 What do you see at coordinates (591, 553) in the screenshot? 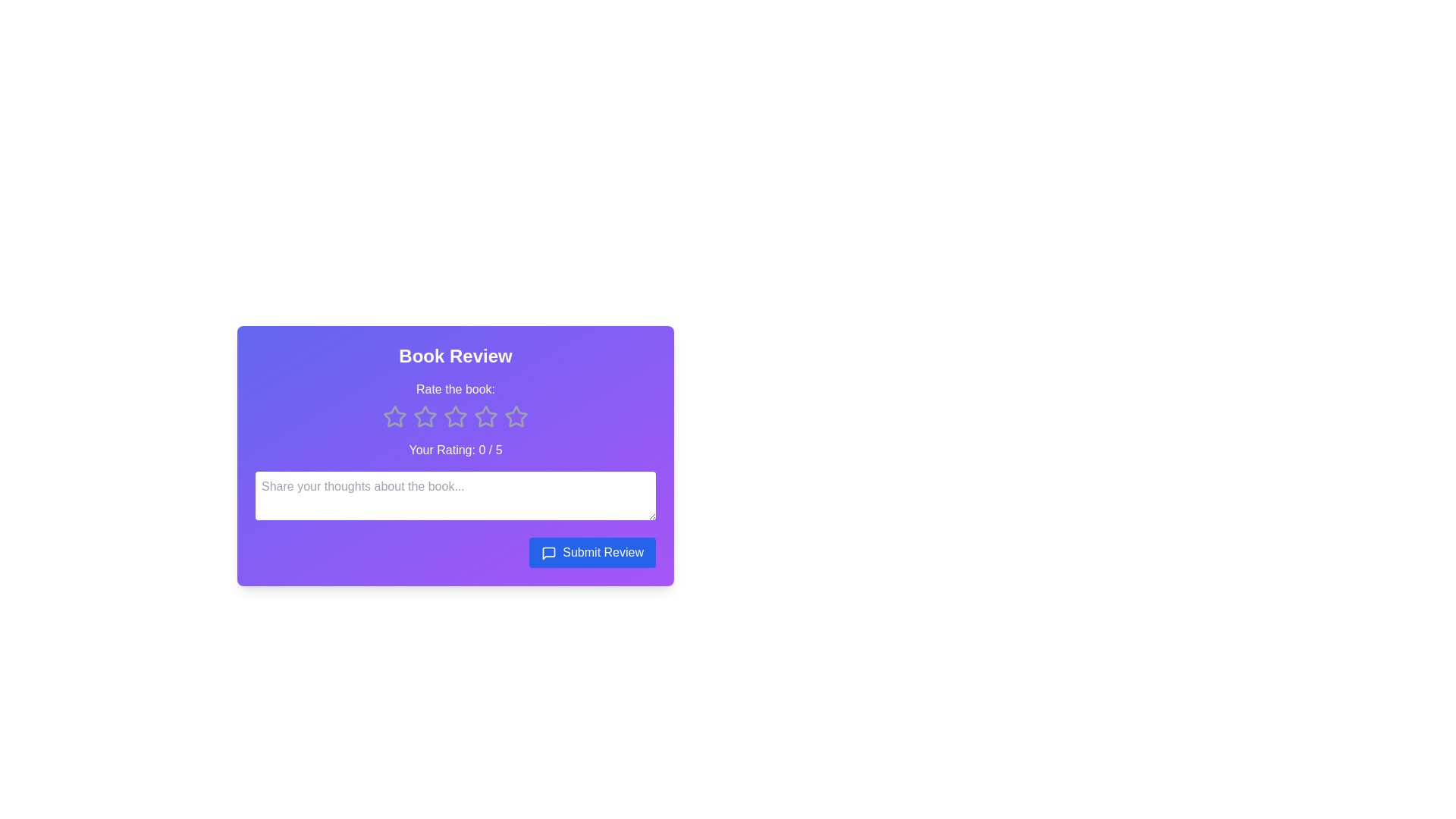
I see `the 'Submit Review' button to submit the review` at bounding box center [591, 553].